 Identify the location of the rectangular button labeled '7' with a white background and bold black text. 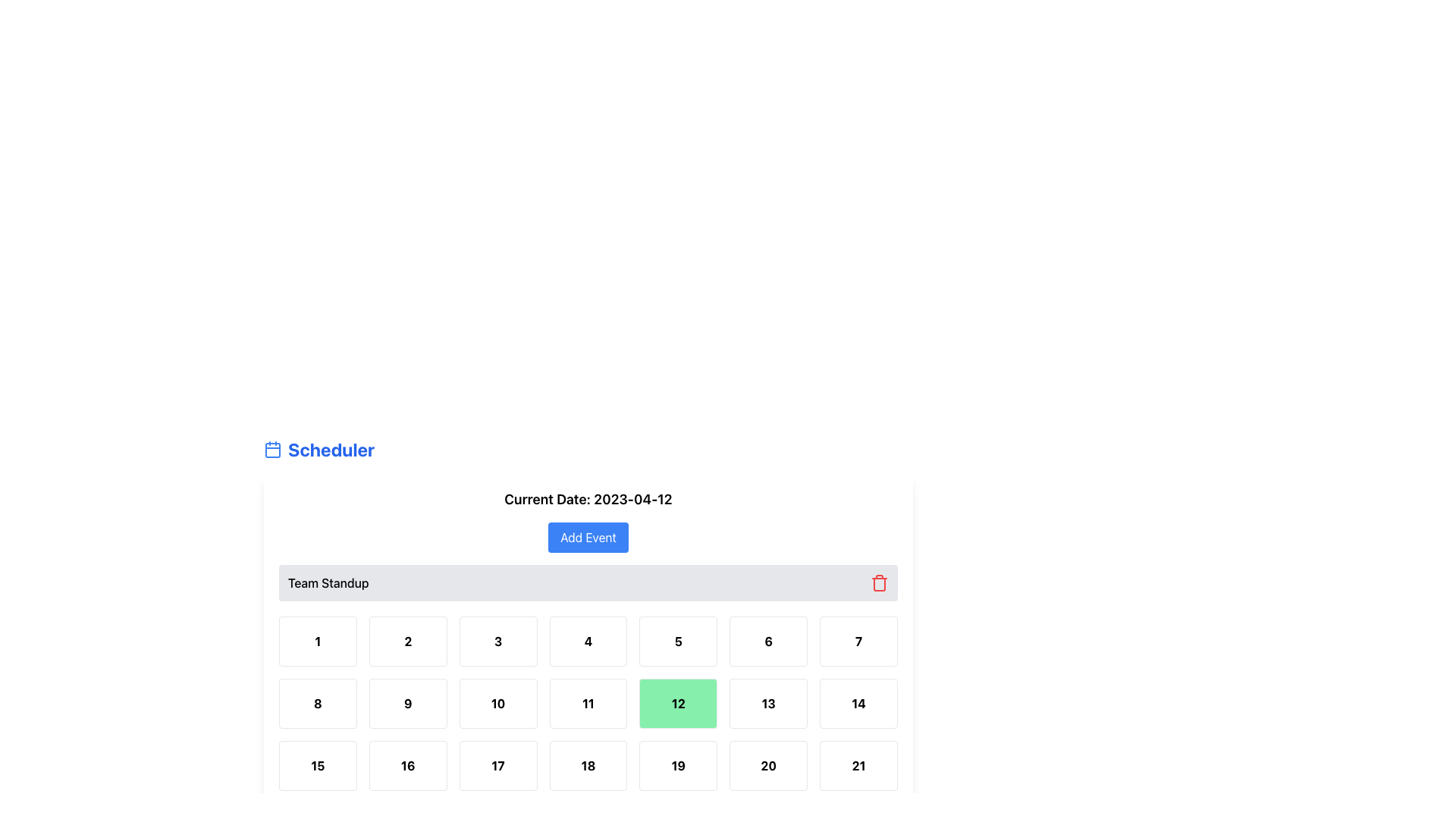
(858, 641).